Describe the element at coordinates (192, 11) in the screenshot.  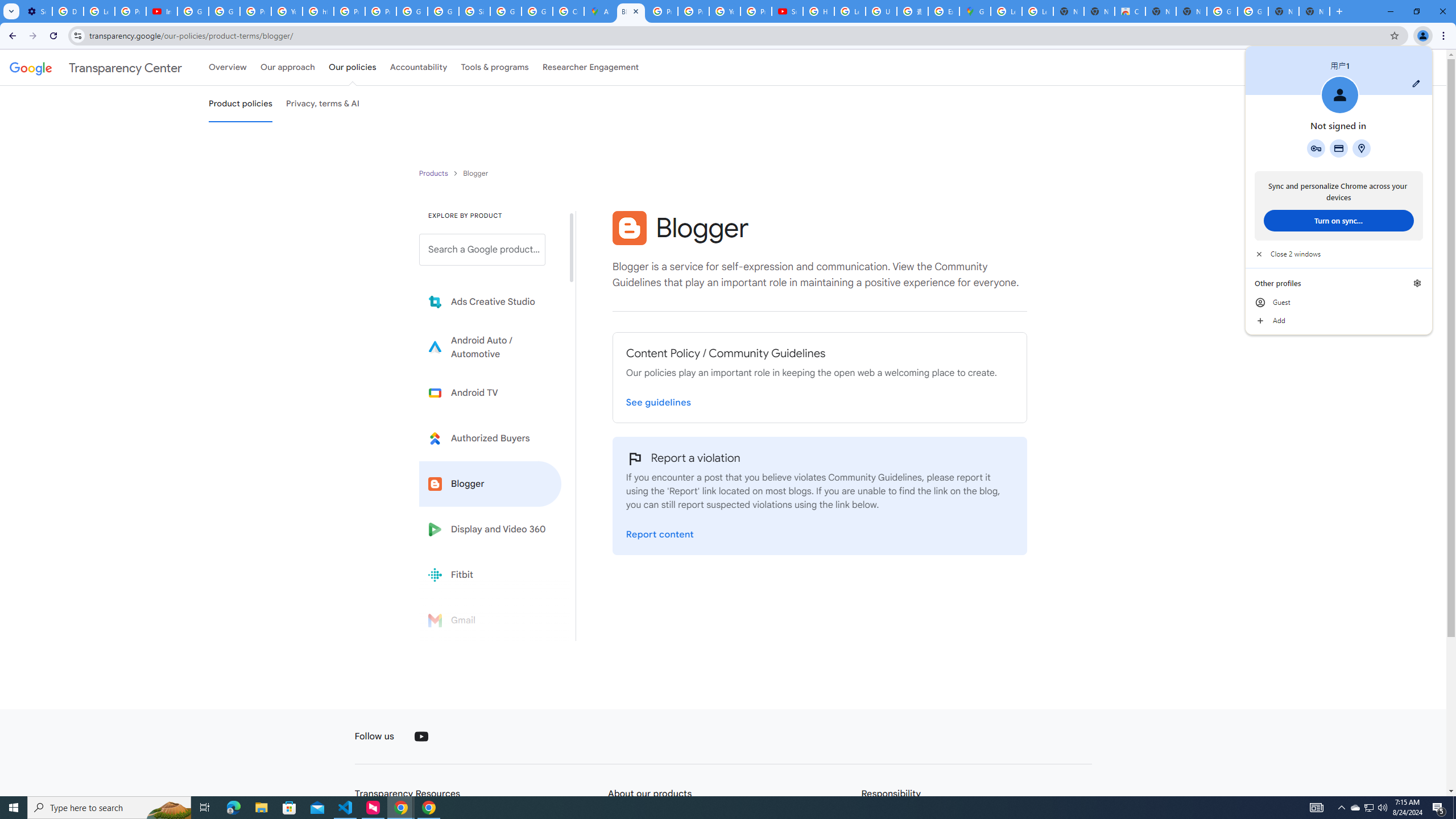
I see `'Google Account Help'` at that location.